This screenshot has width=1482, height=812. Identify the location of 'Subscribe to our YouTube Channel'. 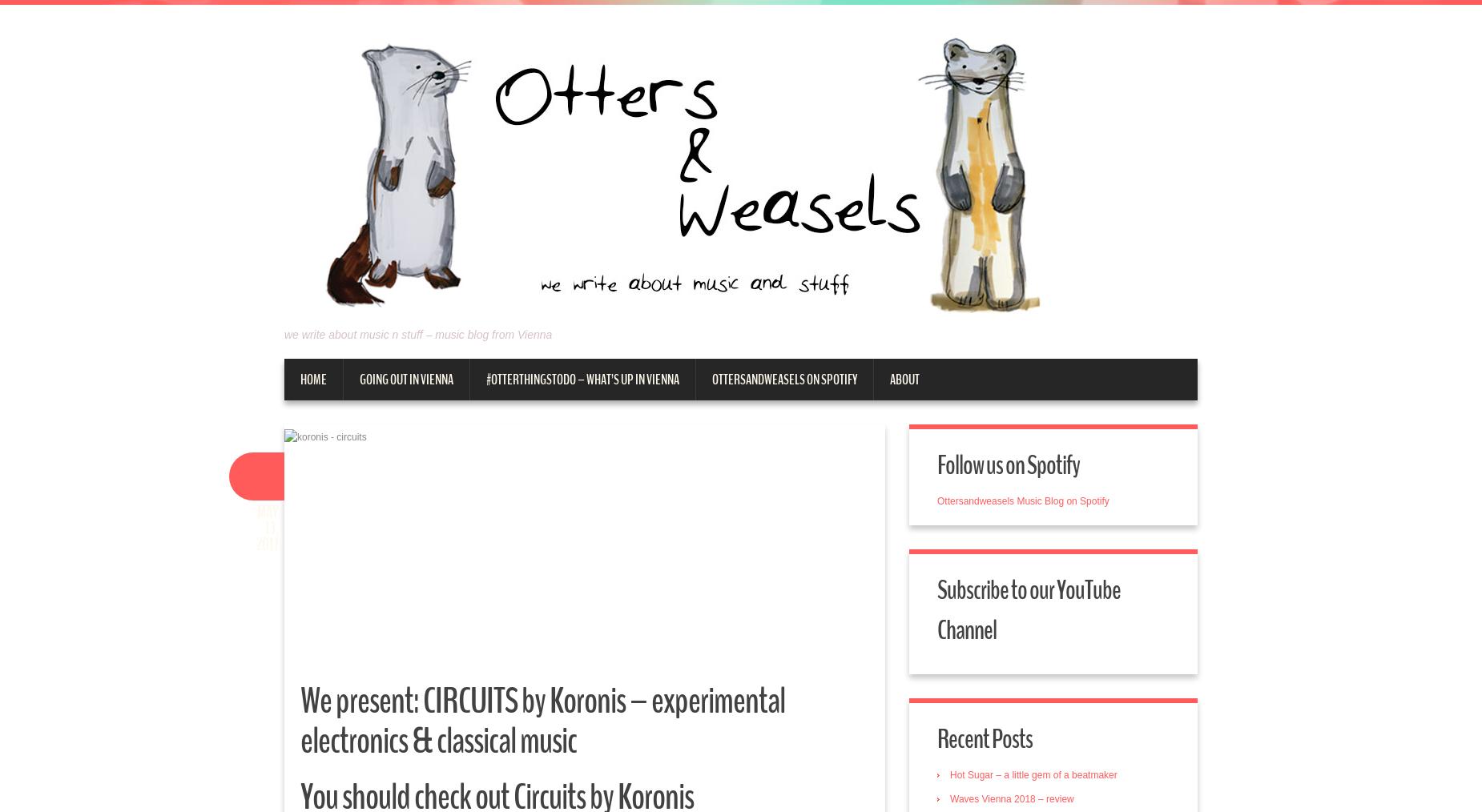
(1028, 610).